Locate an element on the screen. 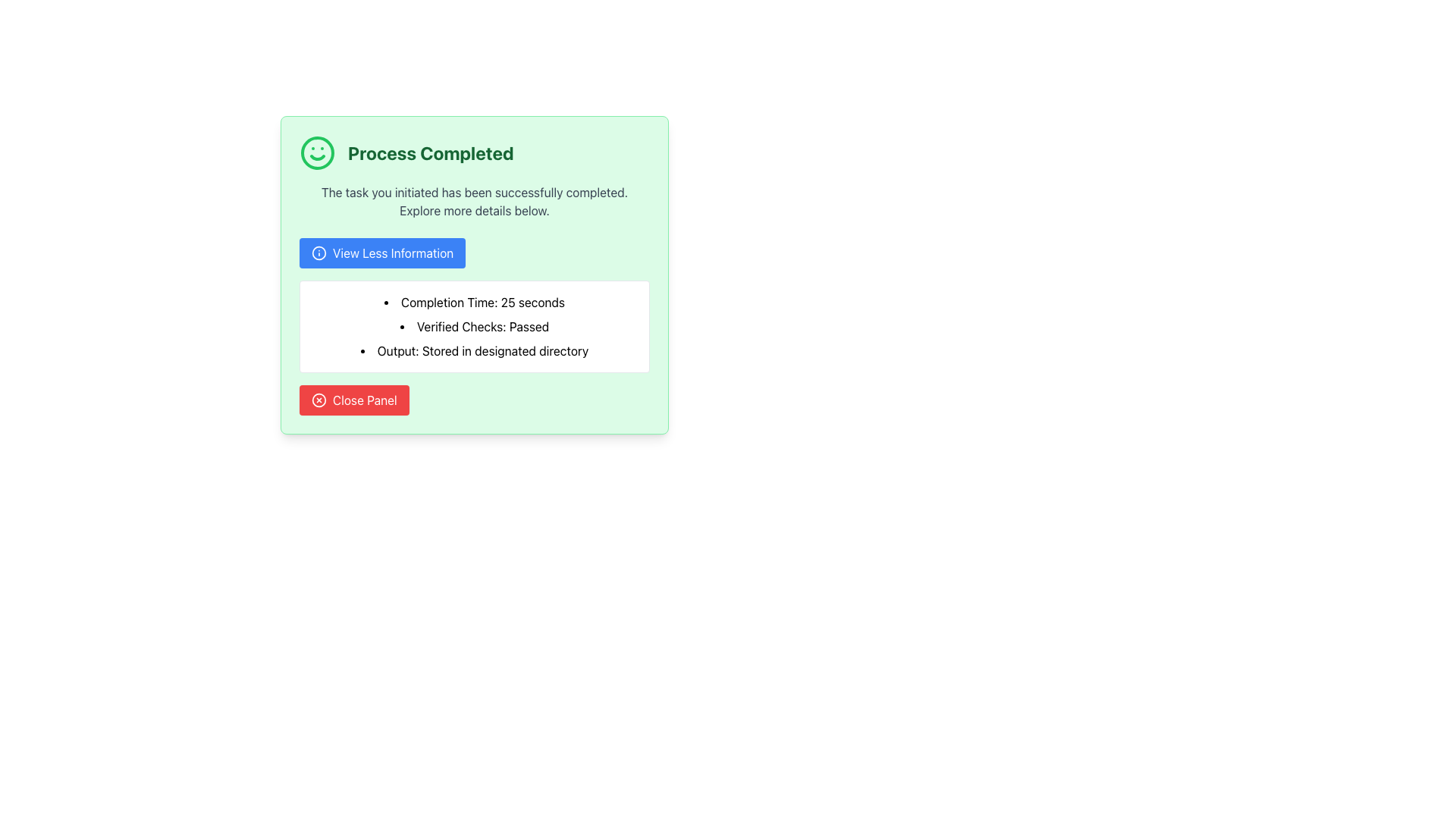 Image resolution: width=1456 pixels, height=819 pixels. the green circular smiley face icon located to the left of the bold text 'Process Completed' in the header section of the message box is located at coordinates (316, 152).